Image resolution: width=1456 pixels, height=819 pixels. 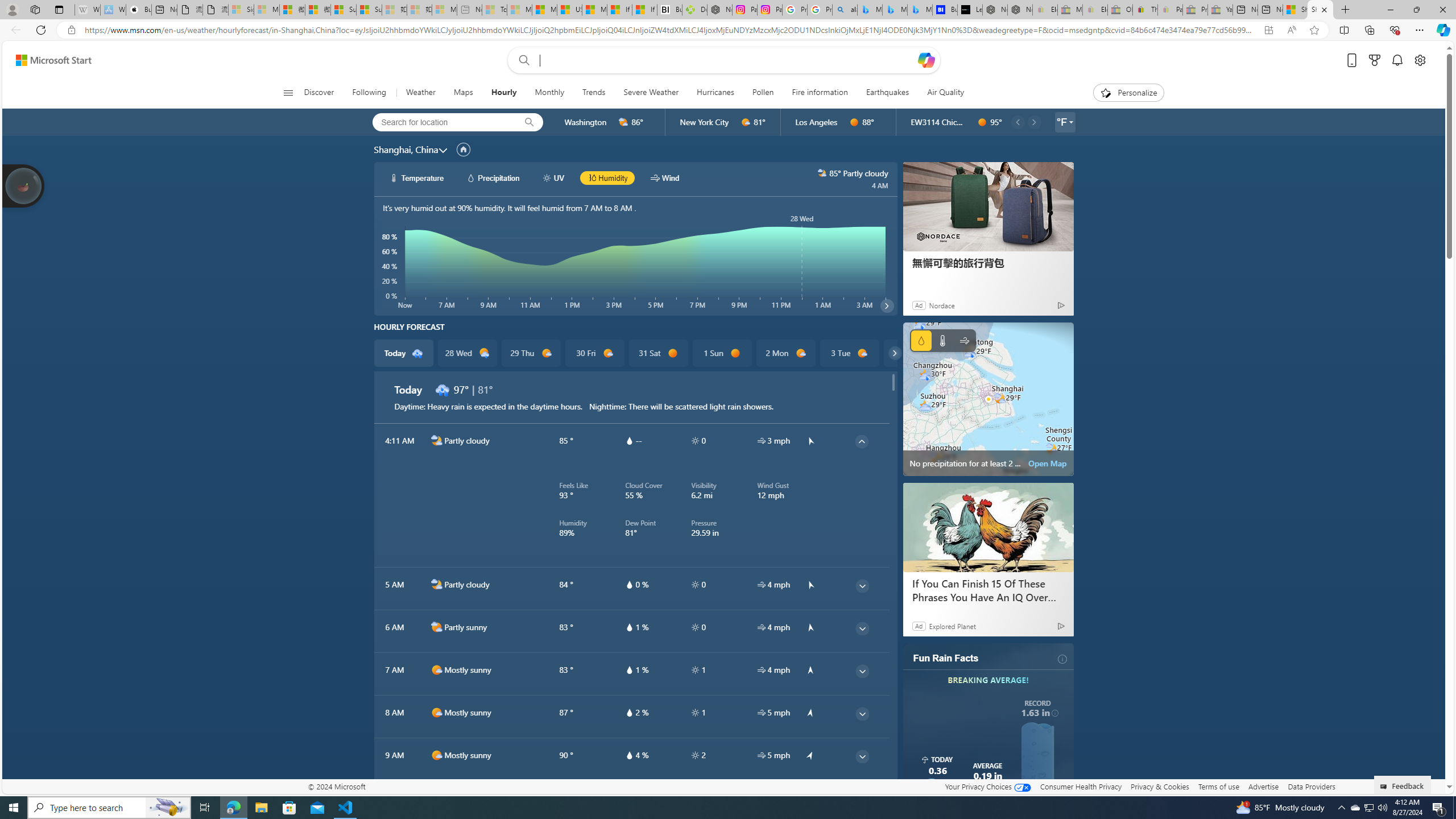 I want to click on '1 Sun d0000', so click(x=721, y=353).